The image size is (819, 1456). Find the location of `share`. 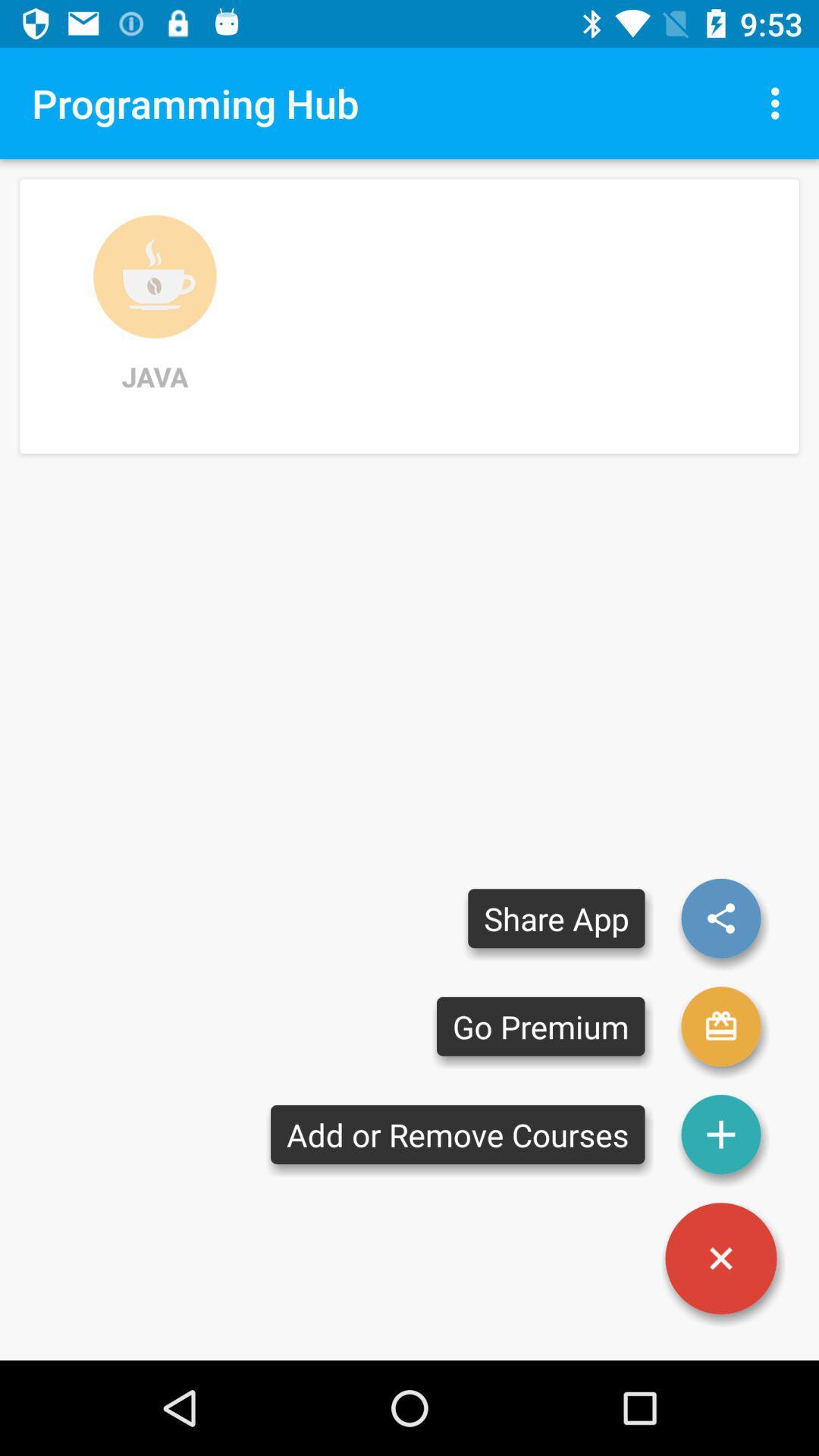

share is located at coordinates (720, 918).